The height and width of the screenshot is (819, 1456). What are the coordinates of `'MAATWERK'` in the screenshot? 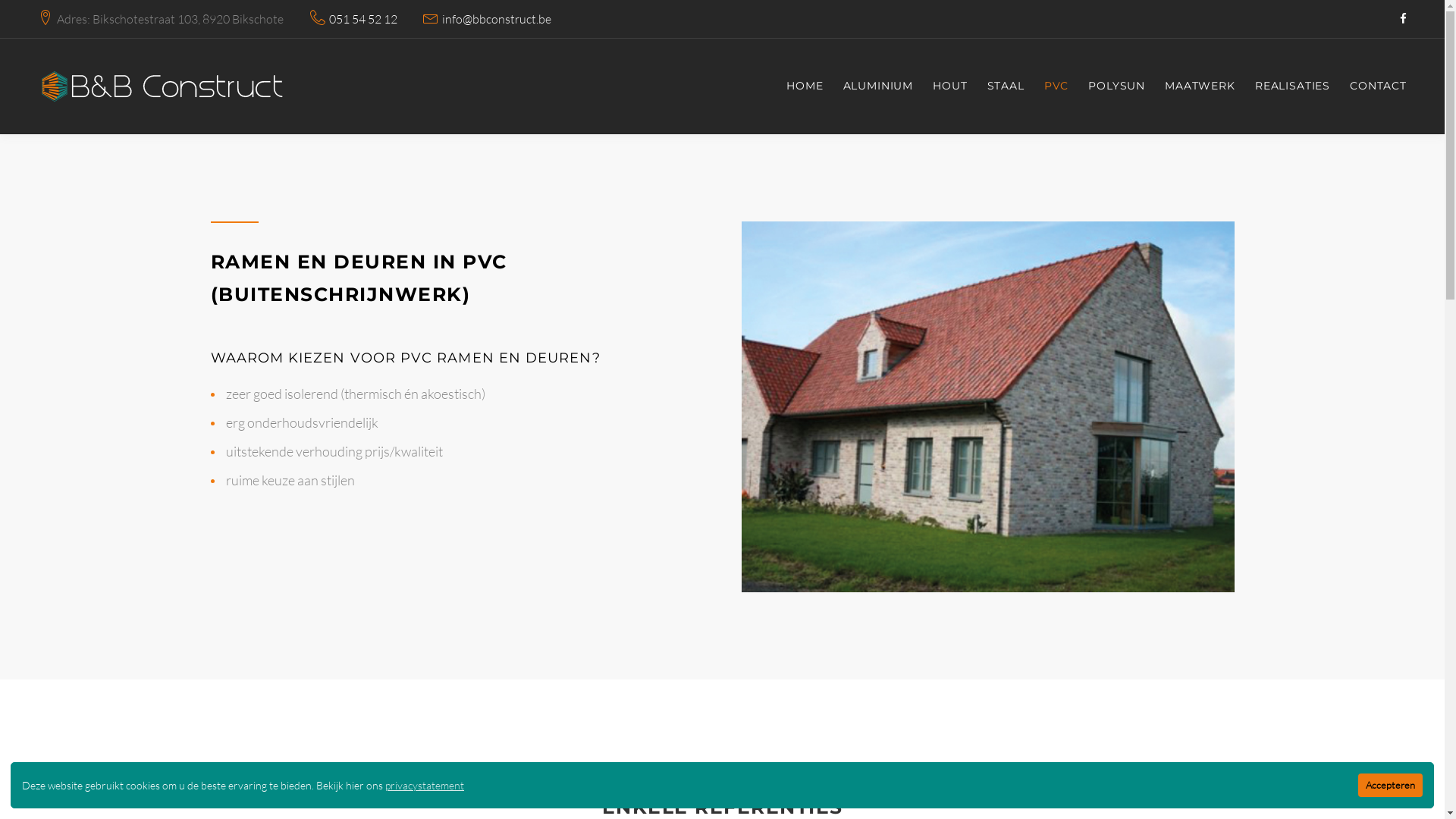 It's located at (1199, 86).